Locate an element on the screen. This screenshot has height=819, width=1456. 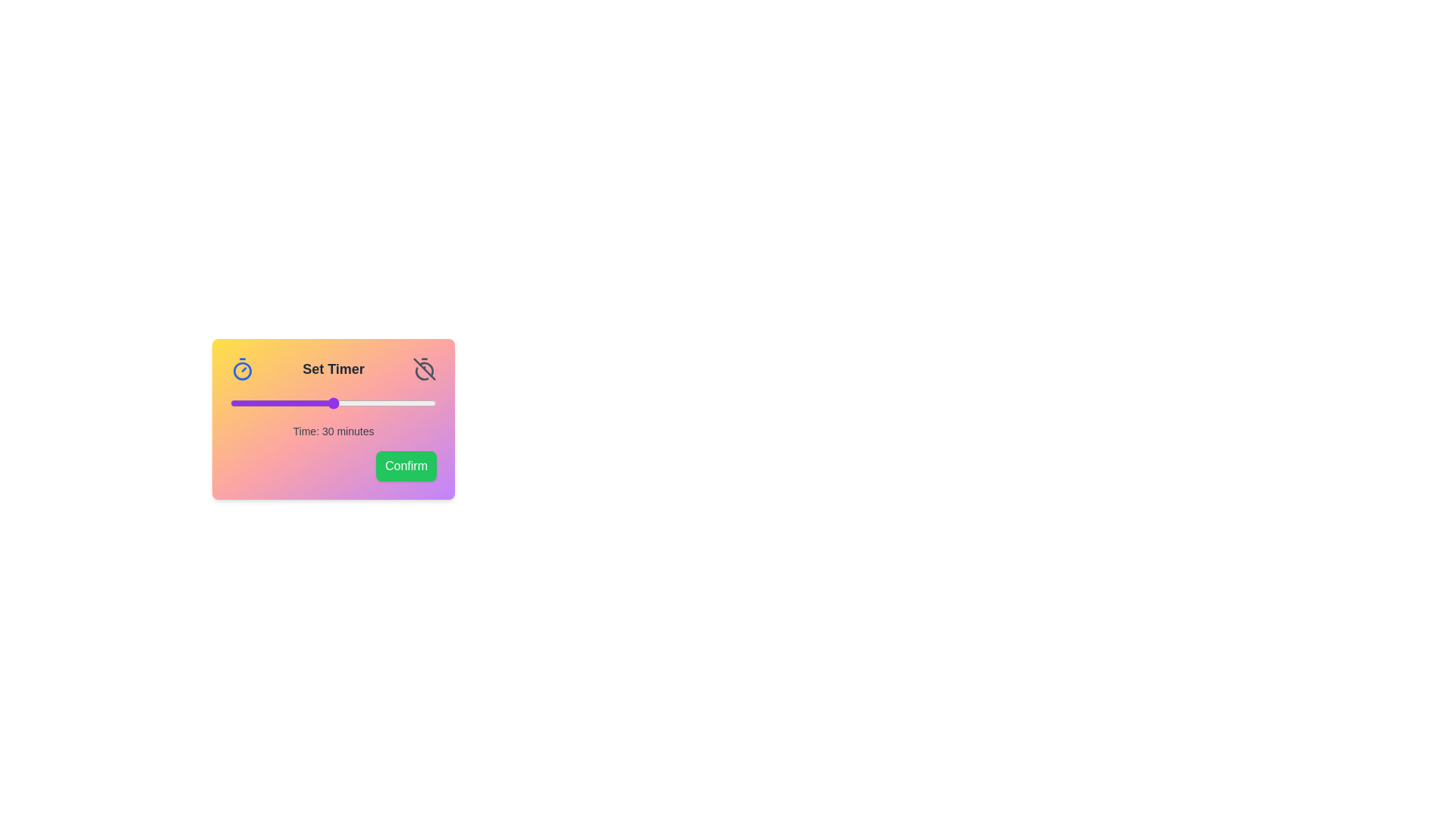
the slider to set the timer to 1 minutes is located at coordinates (233, 403).